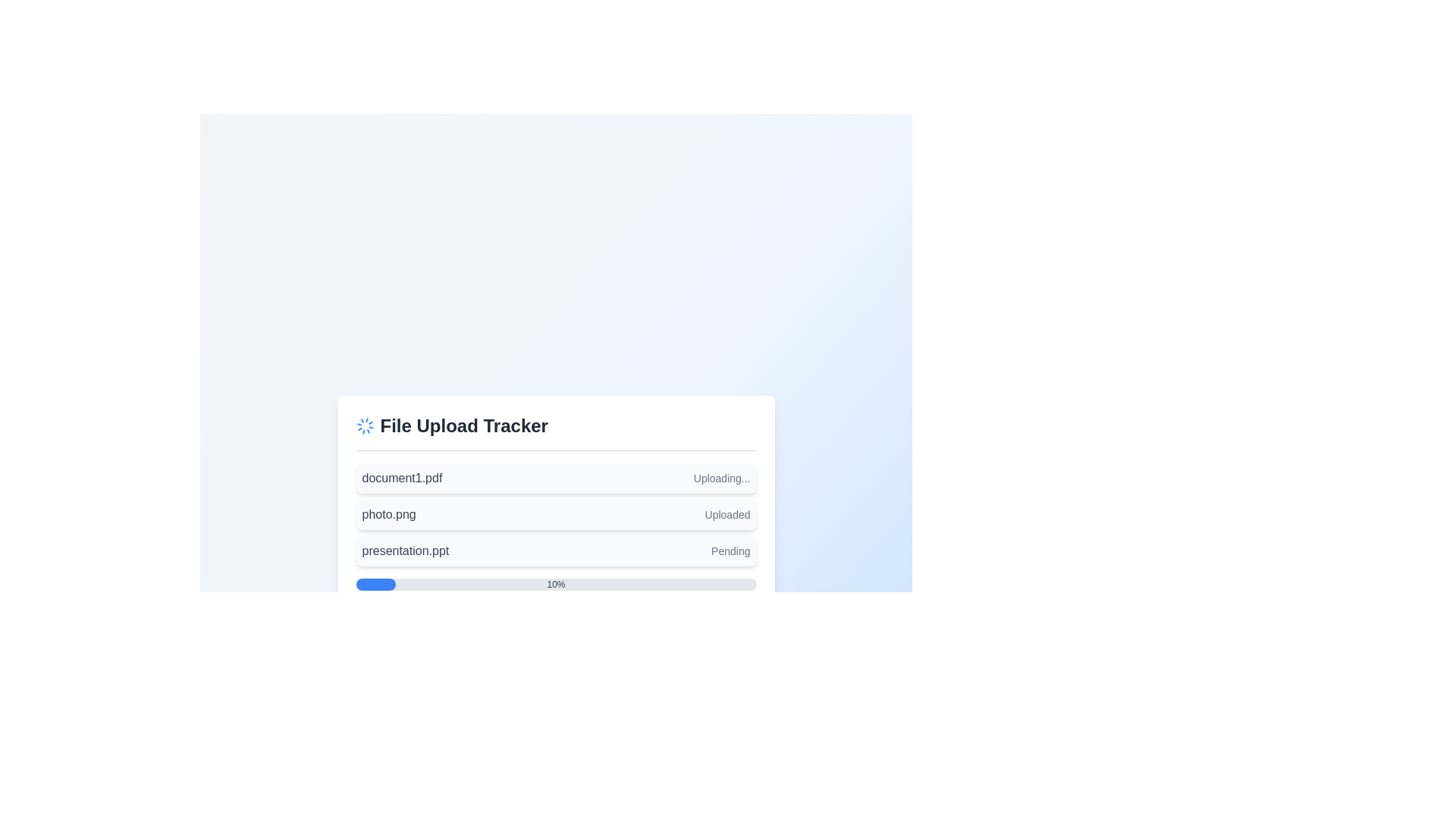  I want to click on text displayed in the '10%' label, which is a small, bold, gray text centered above the progress bar in the 'File Upload Tracker' UI component, so click(555, 583).